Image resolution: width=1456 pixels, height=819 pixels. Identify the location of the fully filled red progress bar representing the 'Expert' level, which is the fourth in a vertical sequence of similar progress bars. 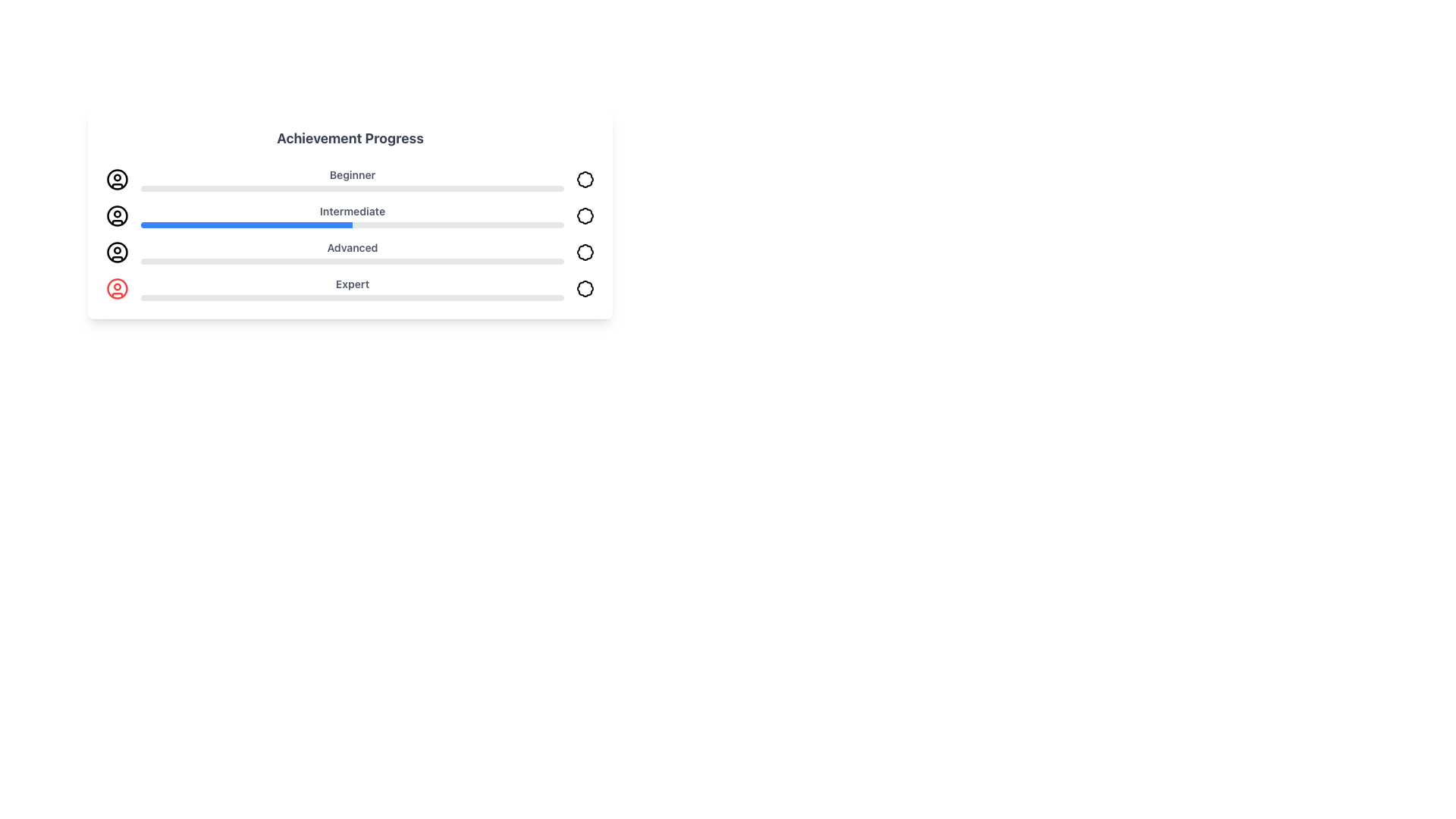
(331, 298).